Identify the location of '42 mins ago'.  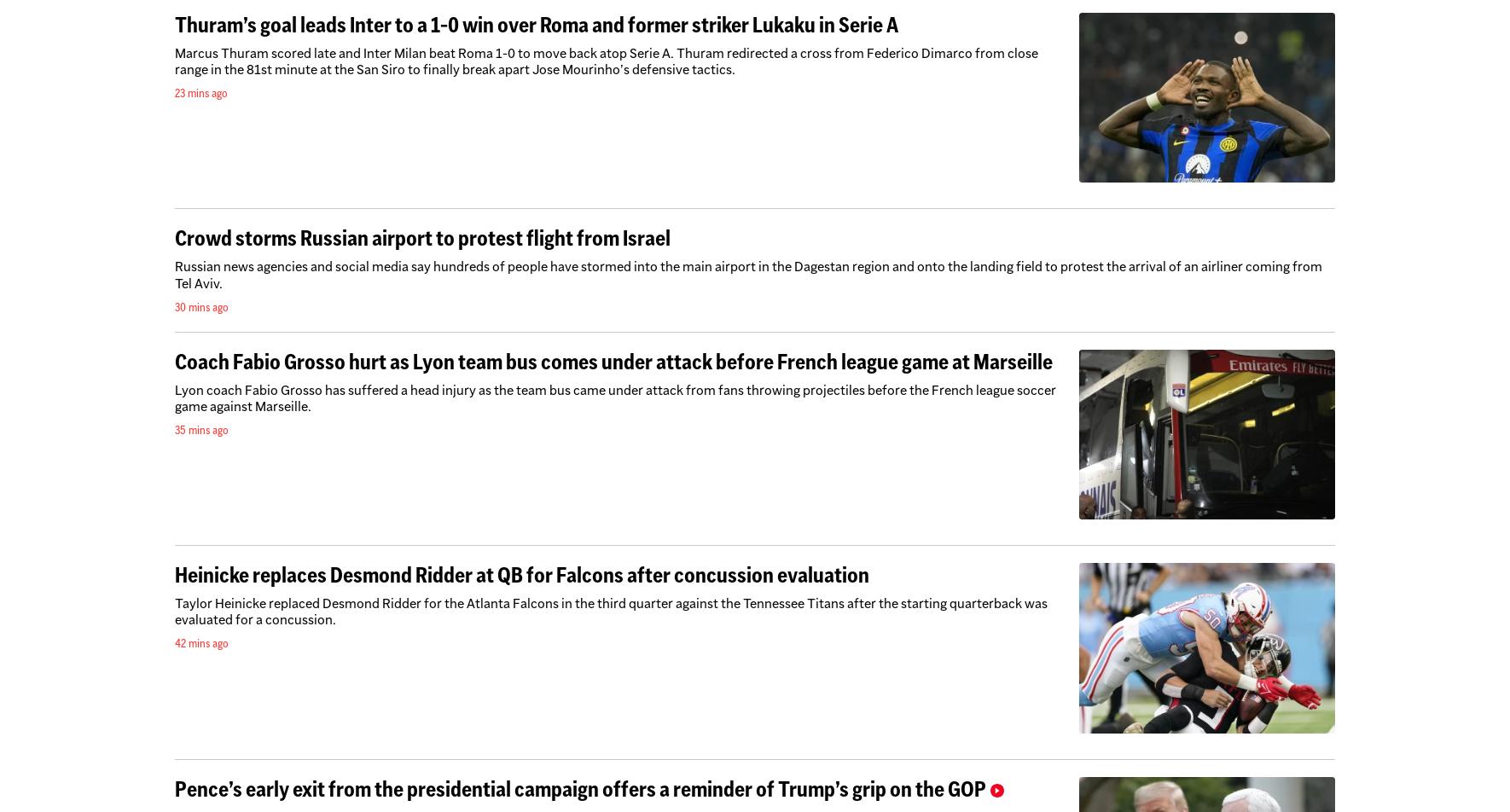
(201, 642).